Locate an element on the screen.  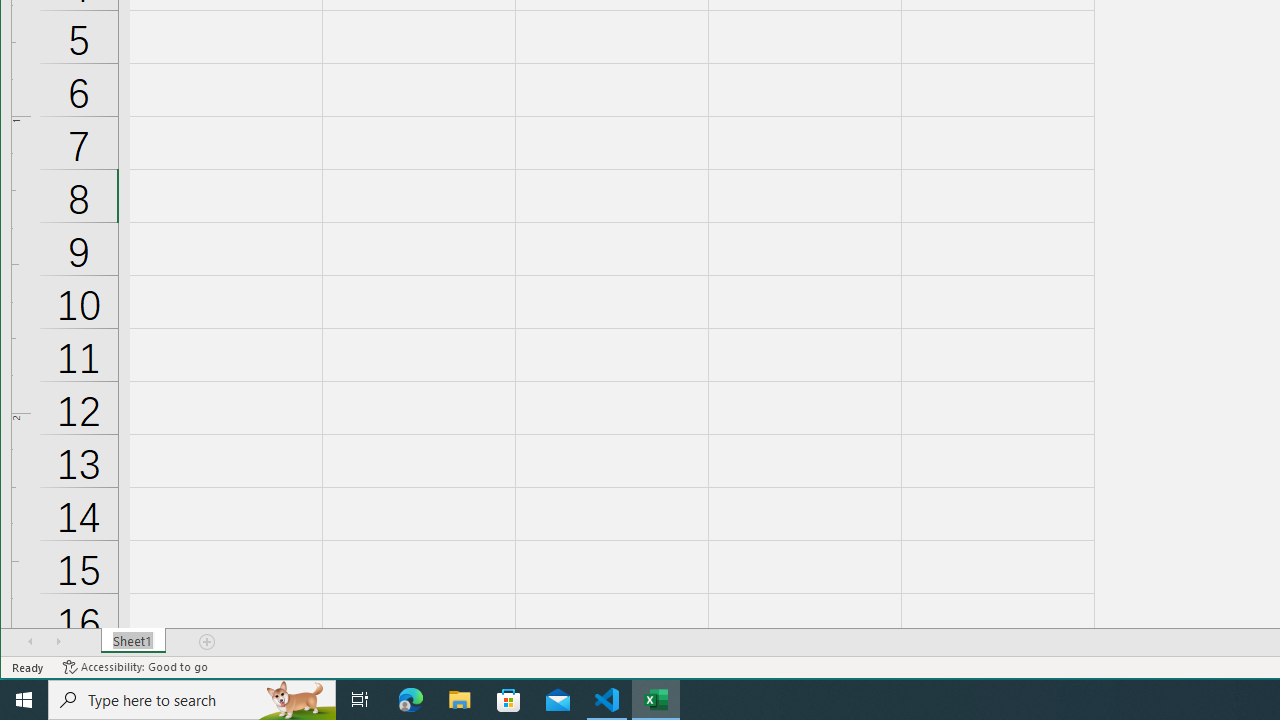
'Microsoft Store' is located at coordinates (509, 698).